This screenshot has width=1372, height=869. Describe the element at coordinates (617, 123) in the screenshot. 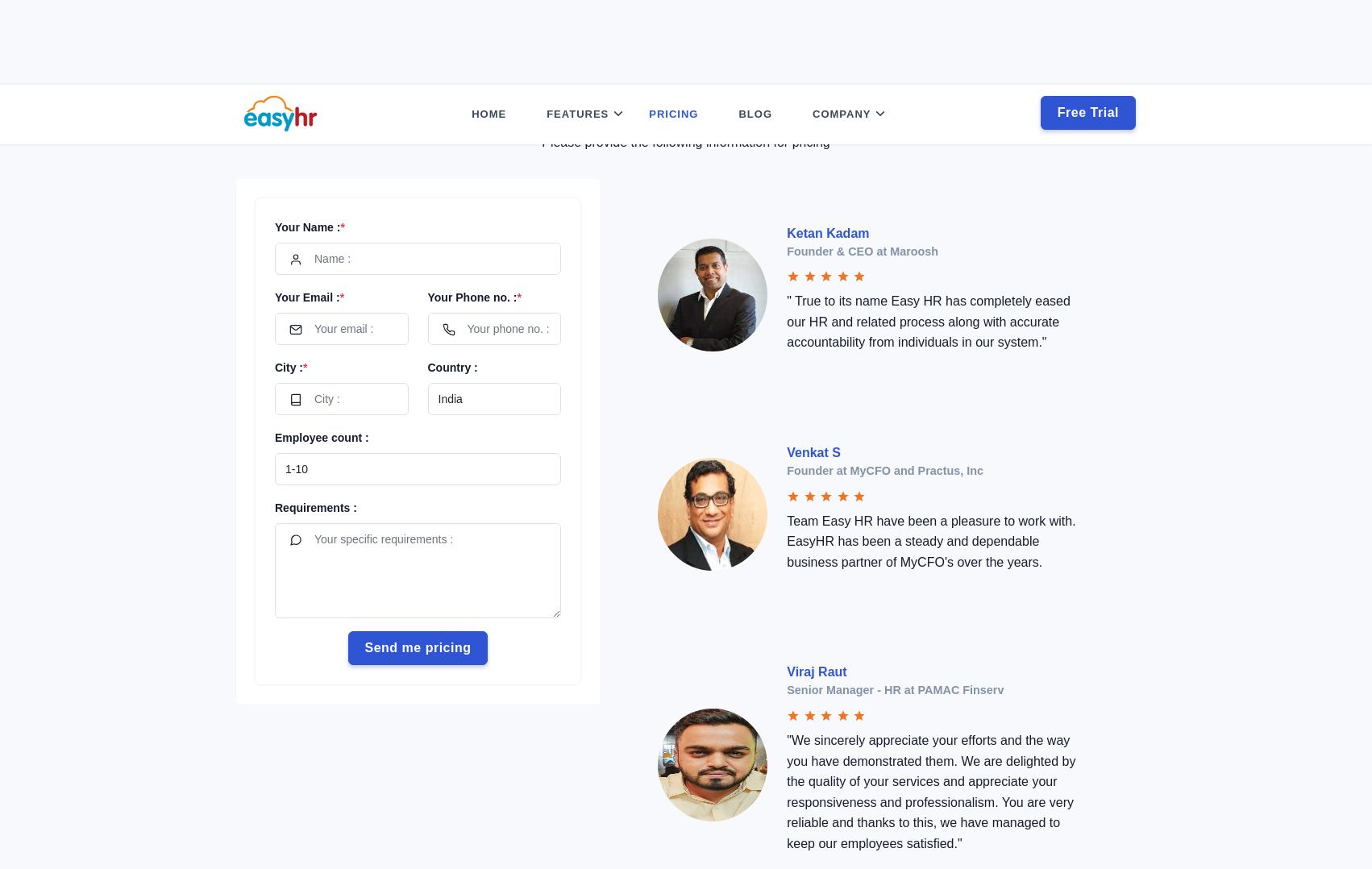

I see `'Attendance Management'` at that location.